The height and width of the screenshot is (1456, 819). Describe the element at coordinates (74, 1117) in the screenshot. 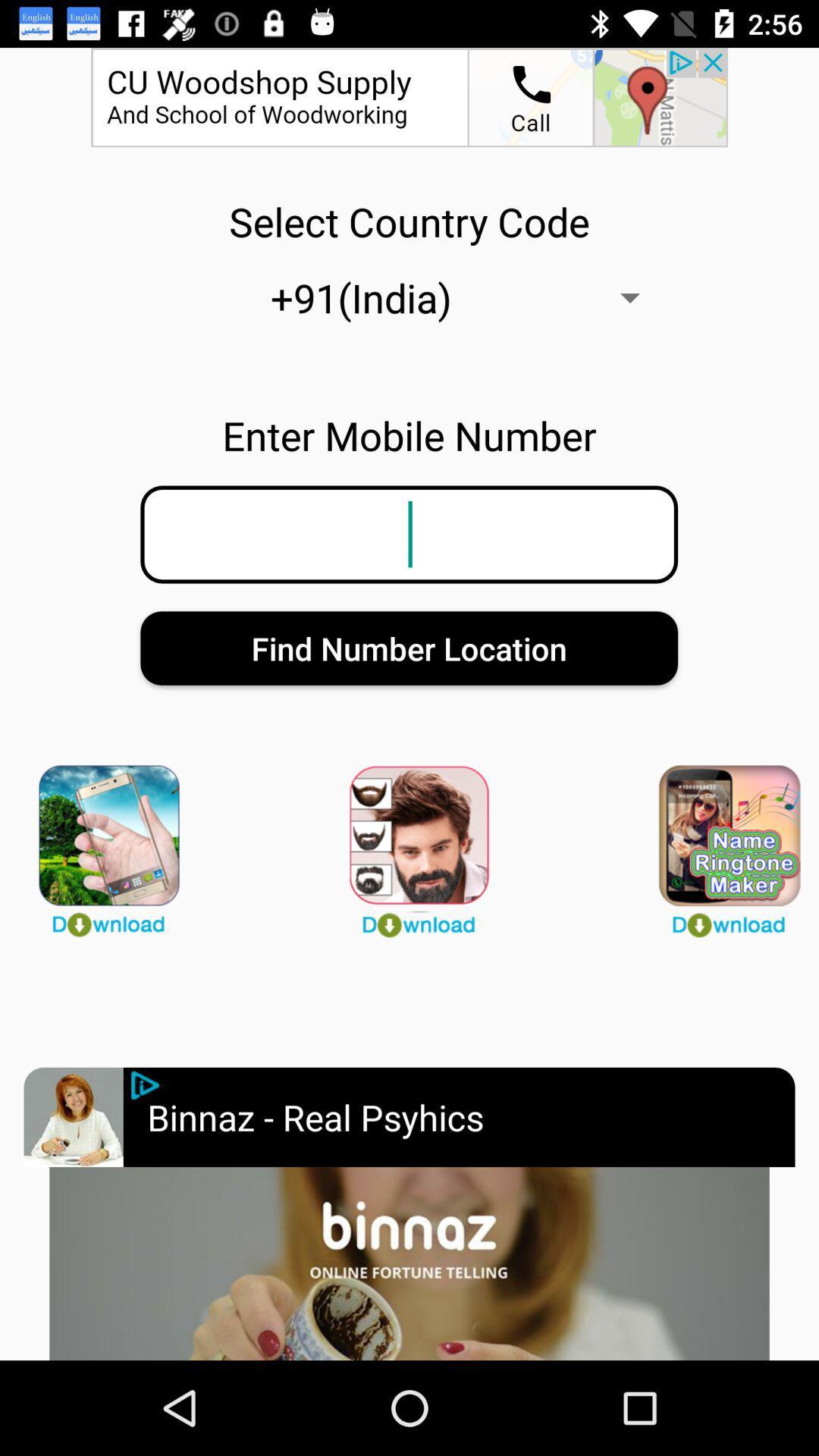

I see `advertisement selction` at that location.